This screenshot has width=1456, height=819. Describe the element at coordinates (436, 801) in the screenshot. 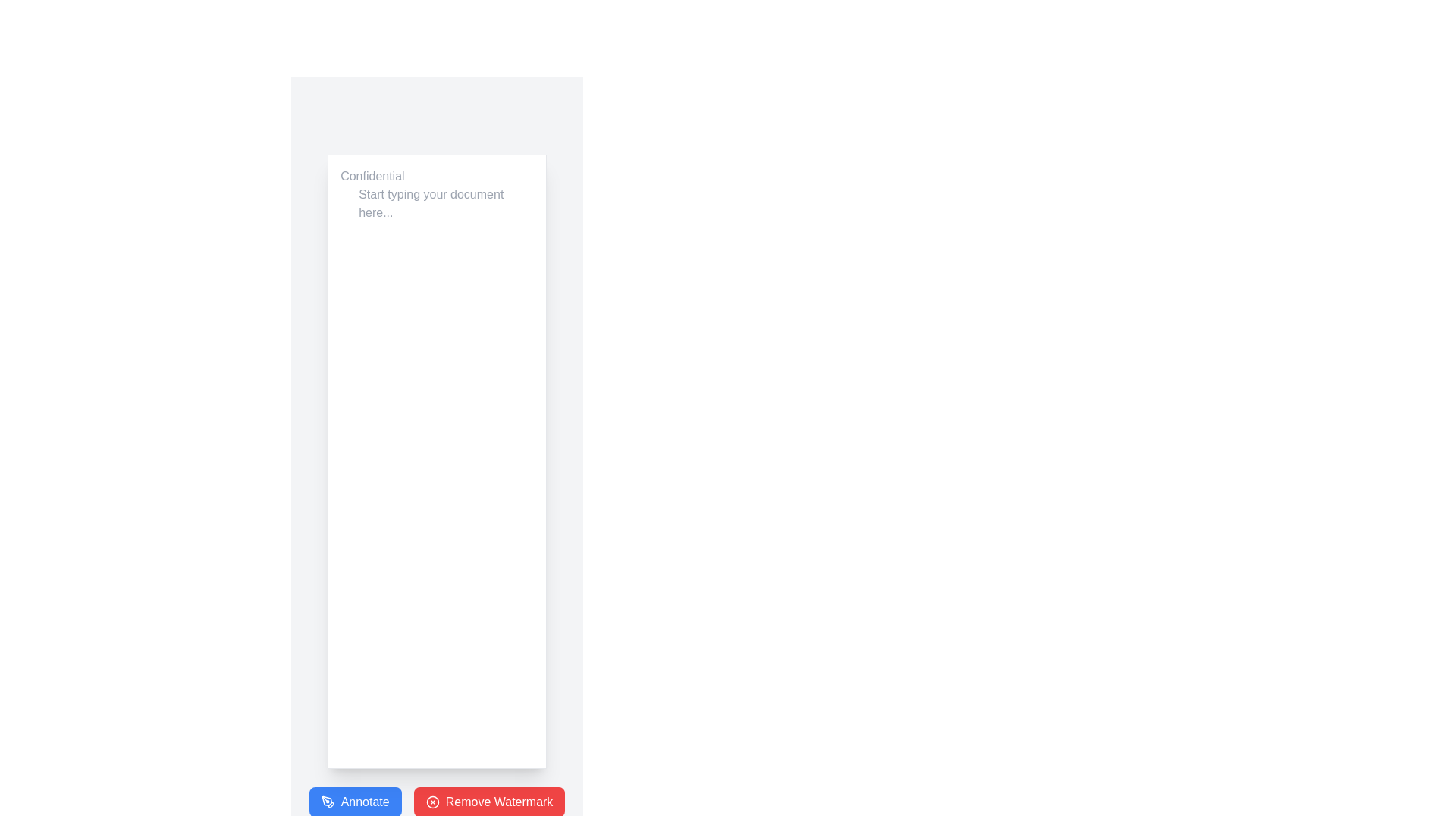

I see `the grouped interactive element containing the 'Annotate' and 'Remove Watermark' buttons` at that location.